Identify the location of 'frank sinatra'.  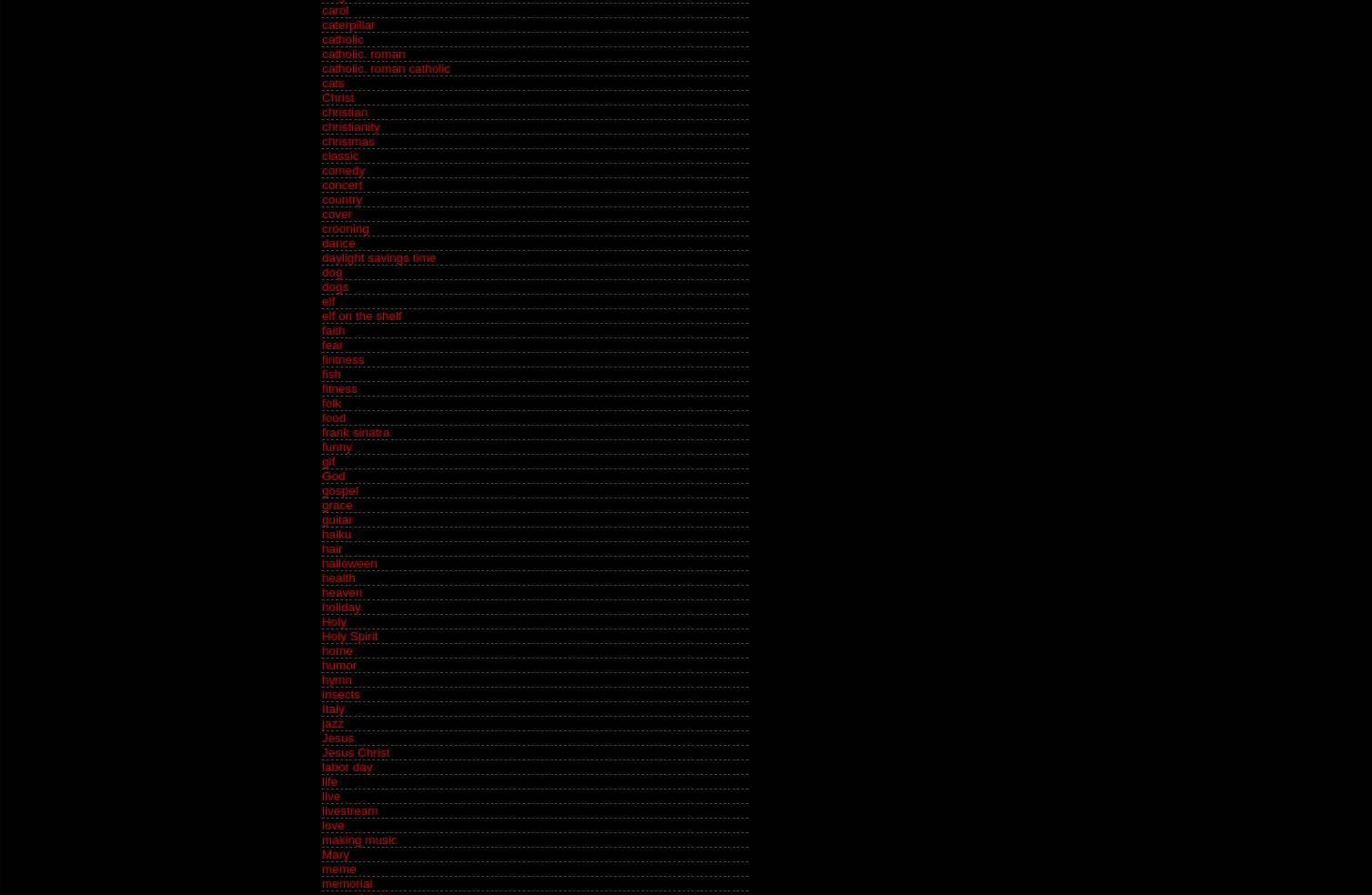
(356, 432).